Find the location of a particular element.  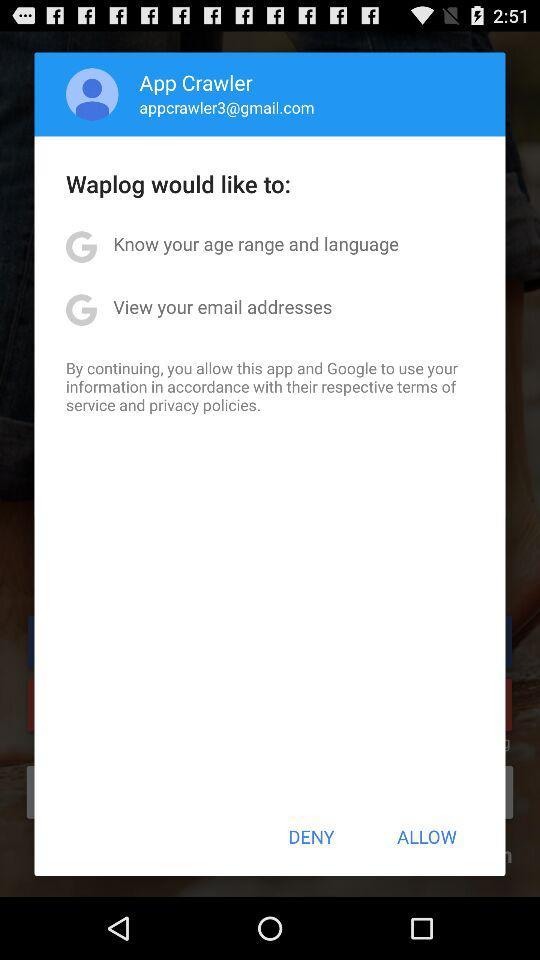

the app below the waplog would like app is located at coordinates (256, 242).